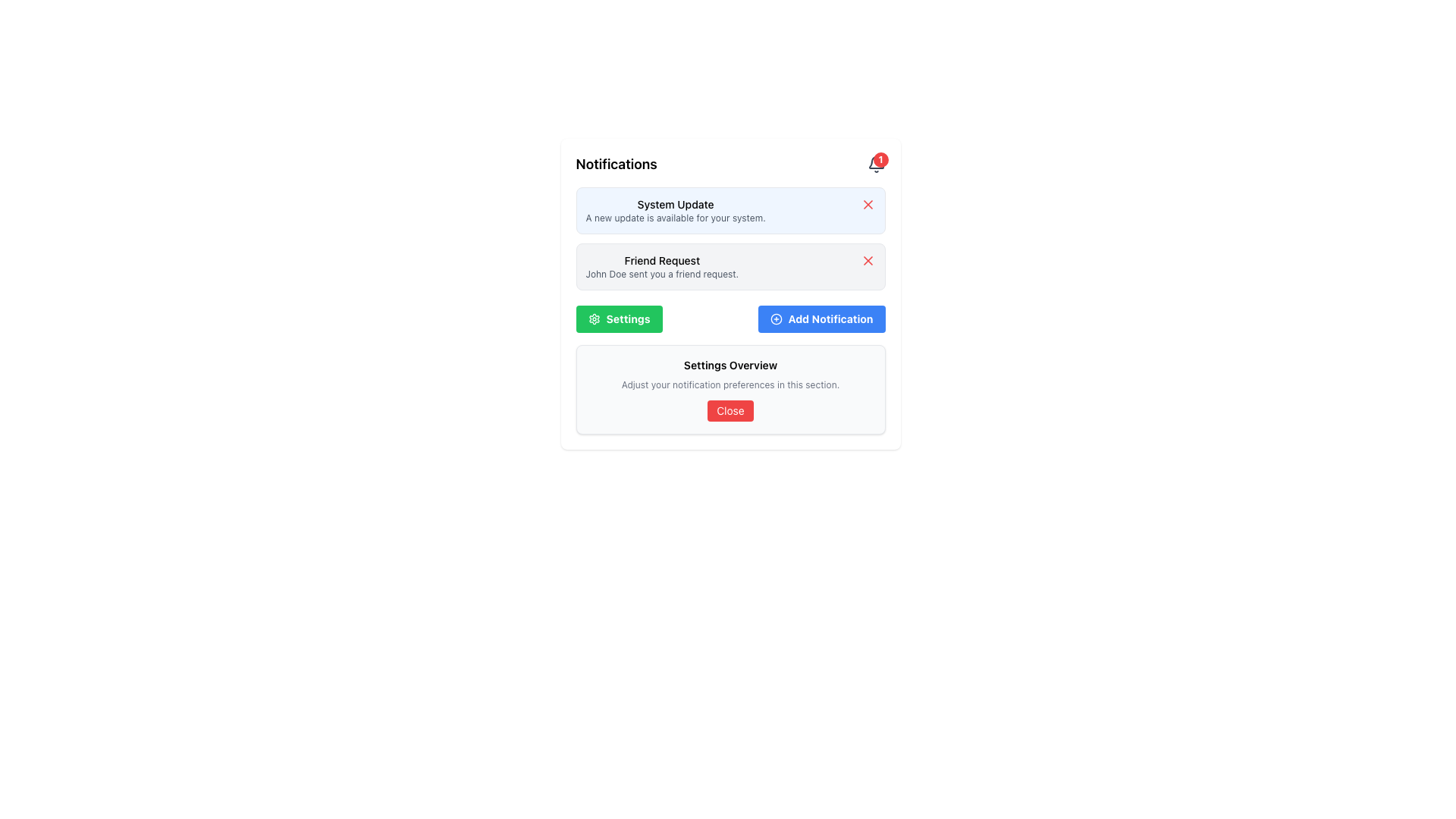 The height and width of the screenshot is (819, 1456). I want to click on the red 'Close' button located at the bottom of the 'Settings Overview' section, so click(730, 411).